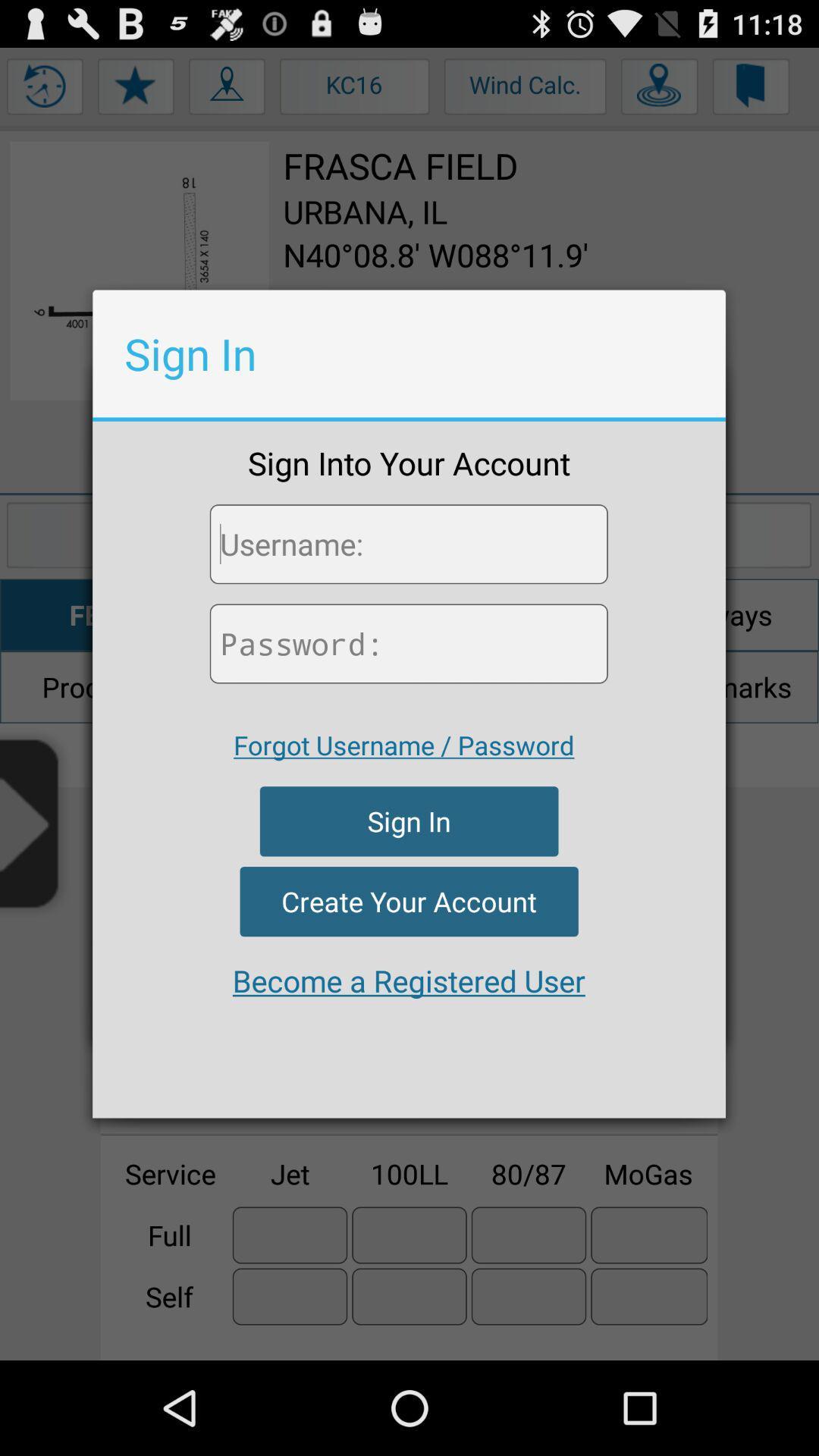 The width and height of the screenshot is (819, 1456). What do you see at coordinates (403, 745) in the screenshot?
I see `the button above sign in` at bounding box center [403, 745].